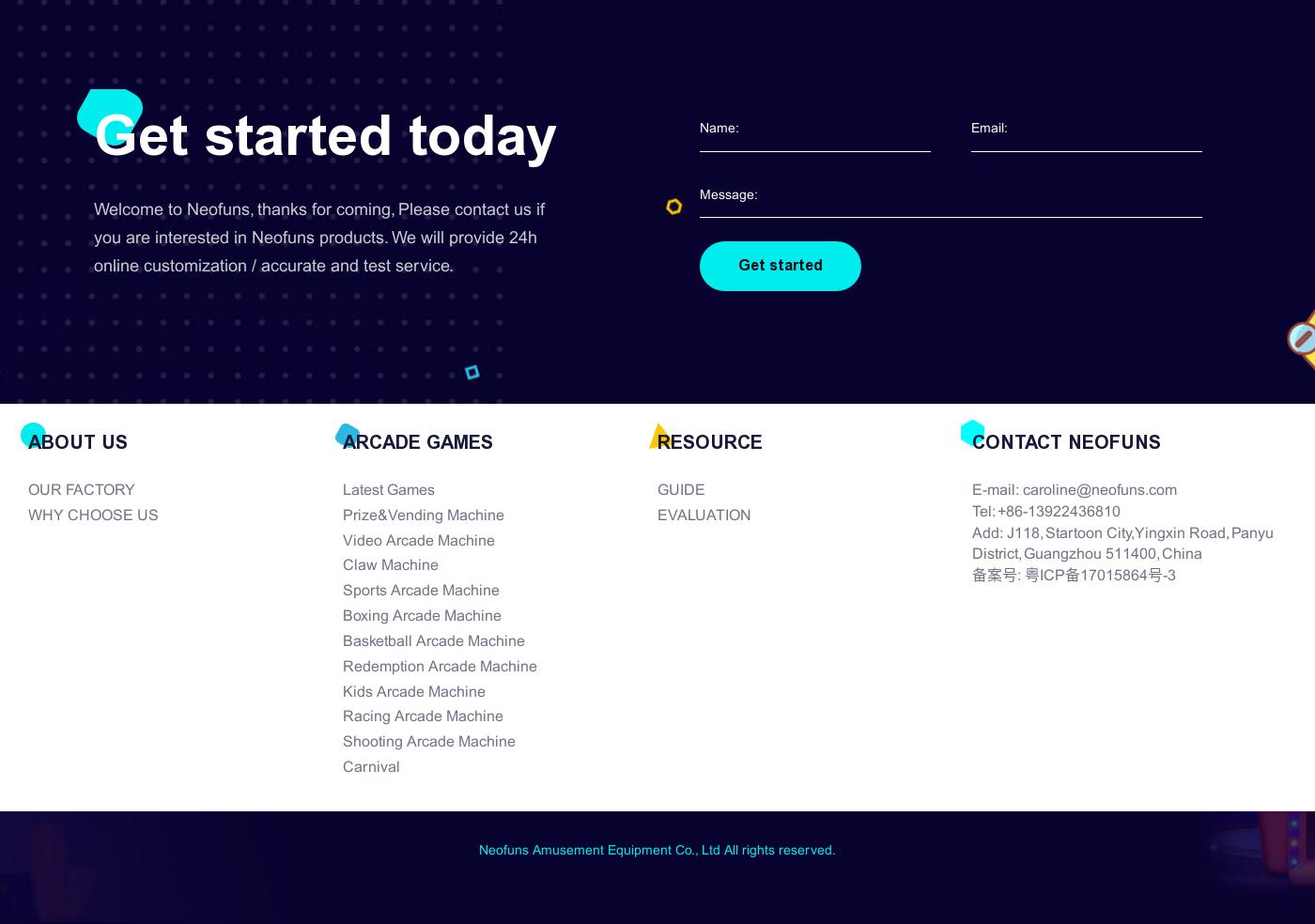 This screenshot has width=1315, height=924. Describe the element at coordinates (1025, 575) in the screenshot. I see `'粤ICP备17015864号-3'` at that location.